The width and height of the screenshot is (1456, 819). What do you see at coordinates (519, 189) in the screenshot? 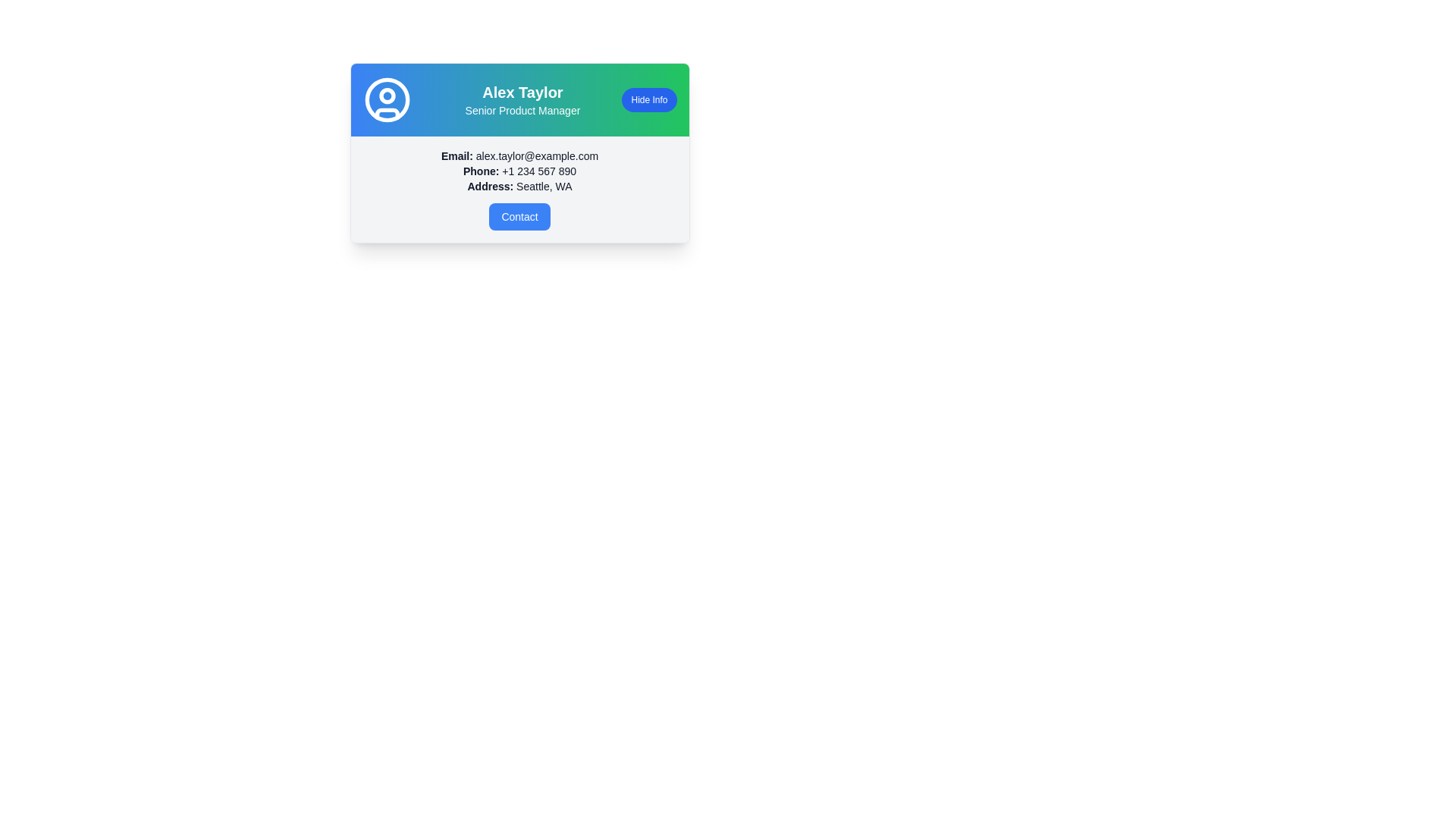
I see `the Informational Section displaying contact information, which includes labels like 'Email:', 'Phone:', and 'Address:', located below the header and above the blue 'Contact' button` at bounding box center [519, 189].